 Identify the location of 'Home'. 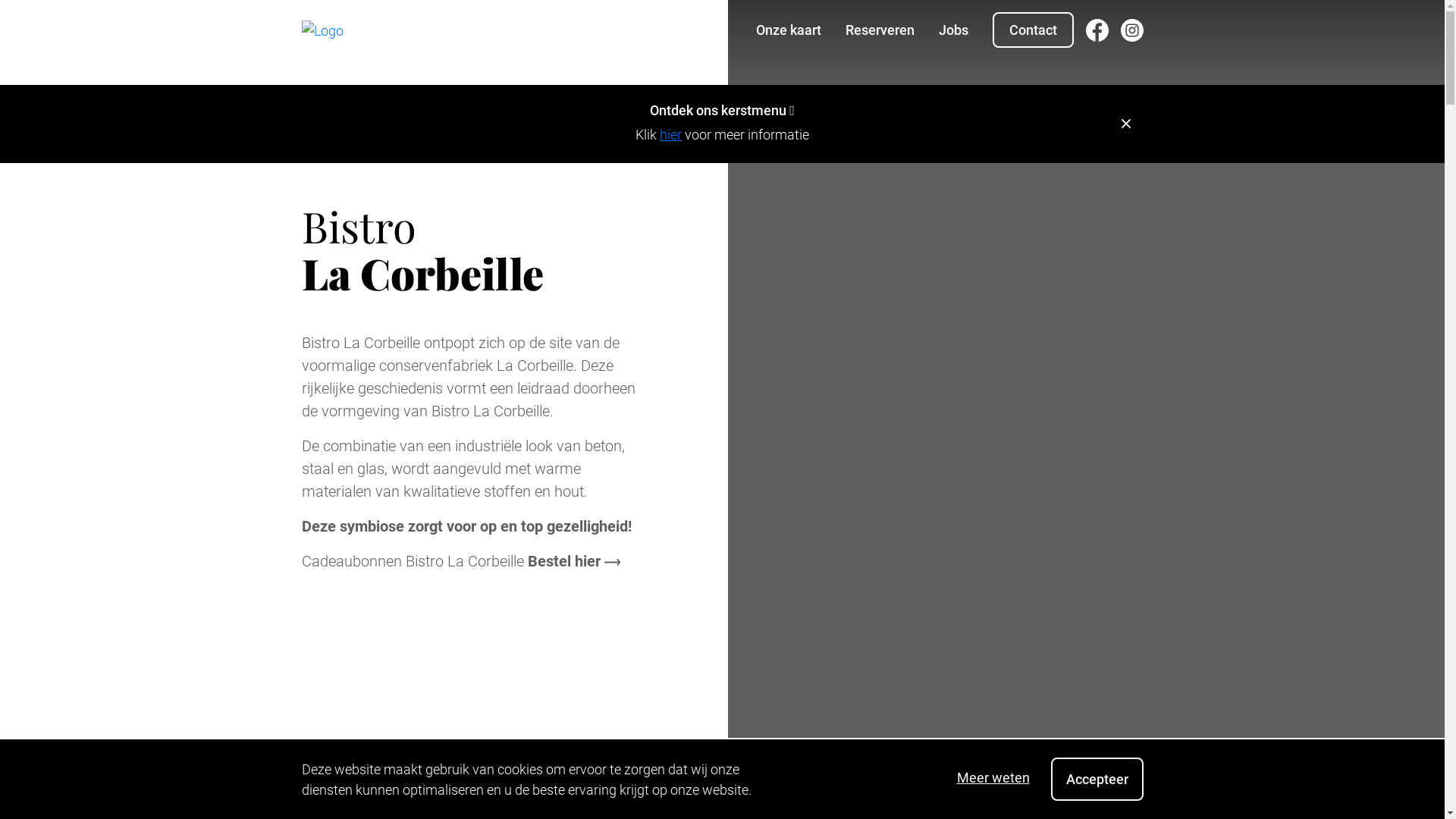
(322, 30).